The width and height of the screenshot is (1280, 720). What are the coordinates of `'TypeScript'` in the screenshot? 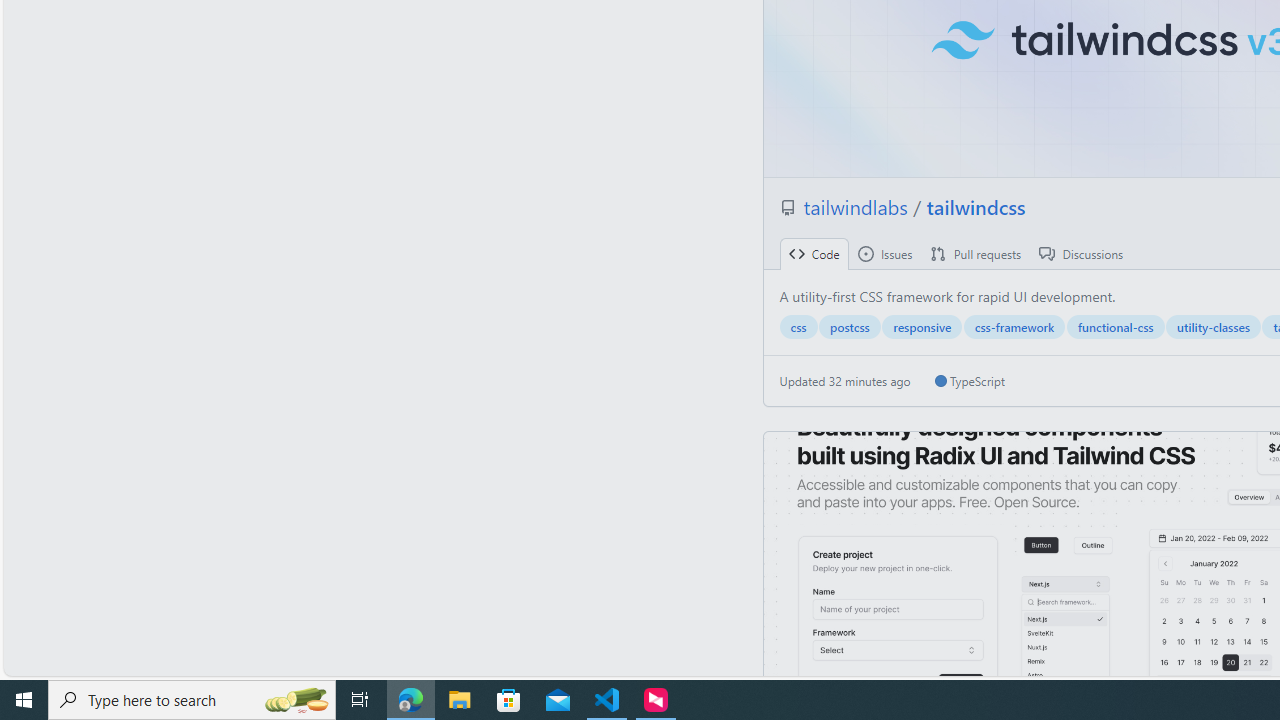 It's located at (969, 381).